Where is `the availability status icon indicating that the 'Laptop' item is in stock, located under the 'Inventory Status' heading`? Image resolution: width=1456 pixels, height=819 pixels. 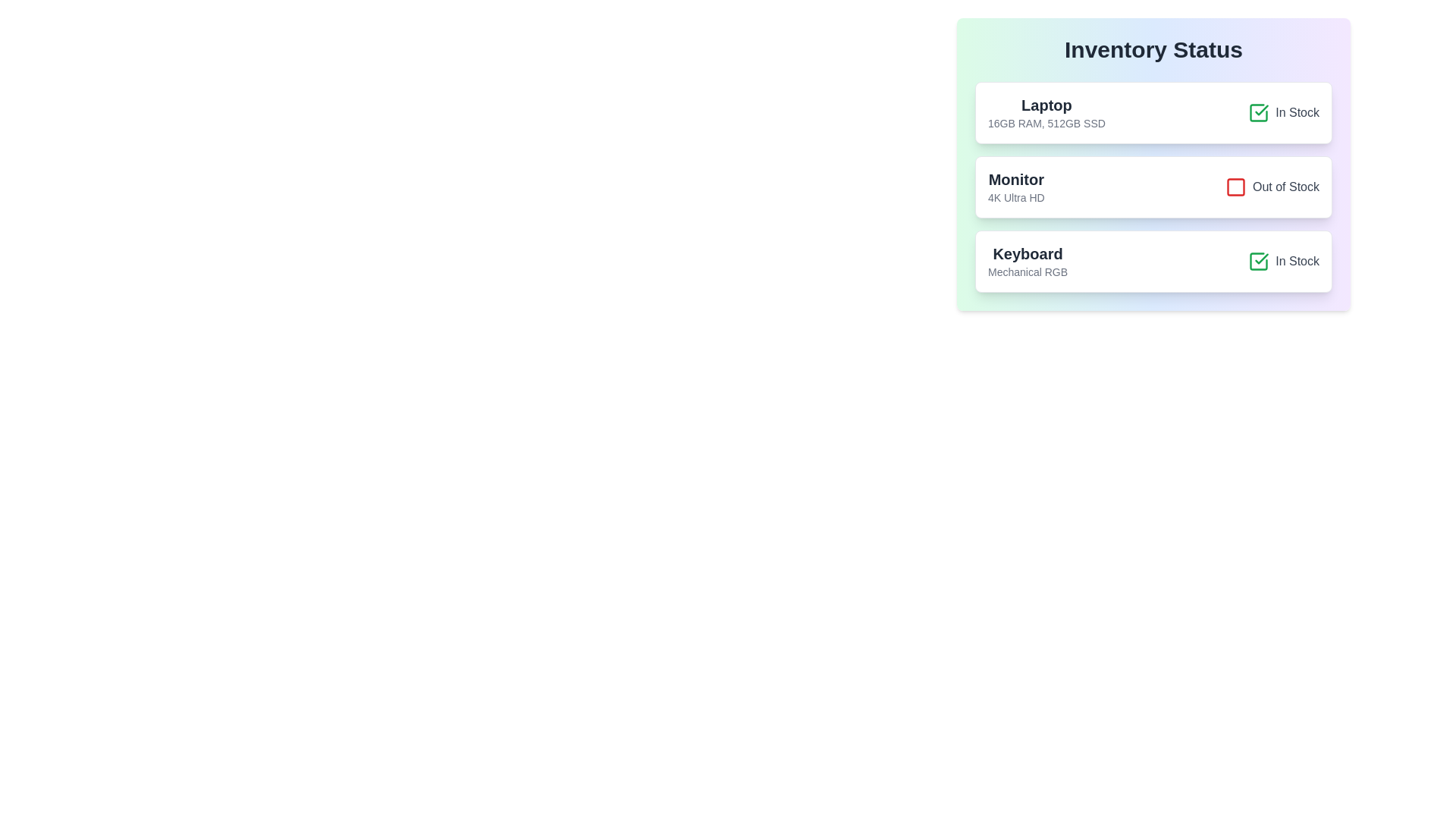 the availability status icon indicating that the 'Laptop' item is in stock, located under the 'Inventory Status' heading is located at coordinates (1259, 112).